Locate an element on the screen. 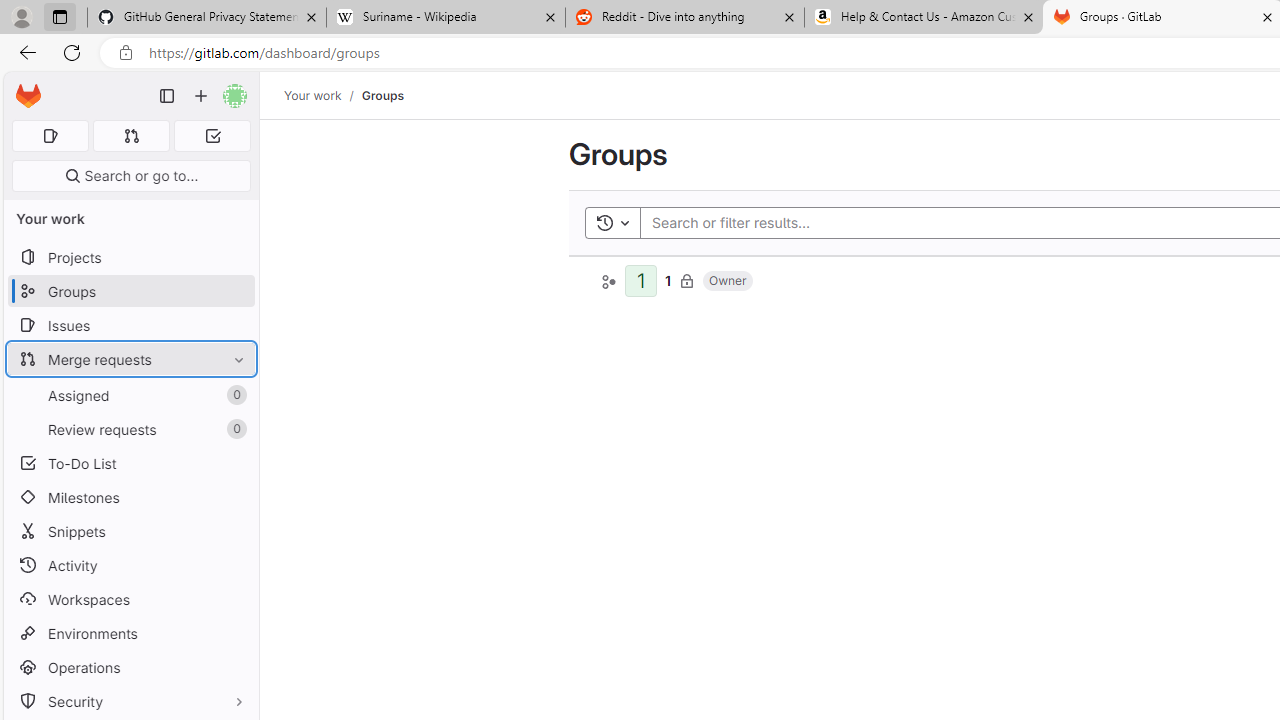 This screenshot has height=720, width=1280. 'Issues' is located at coordinates (130, 324).